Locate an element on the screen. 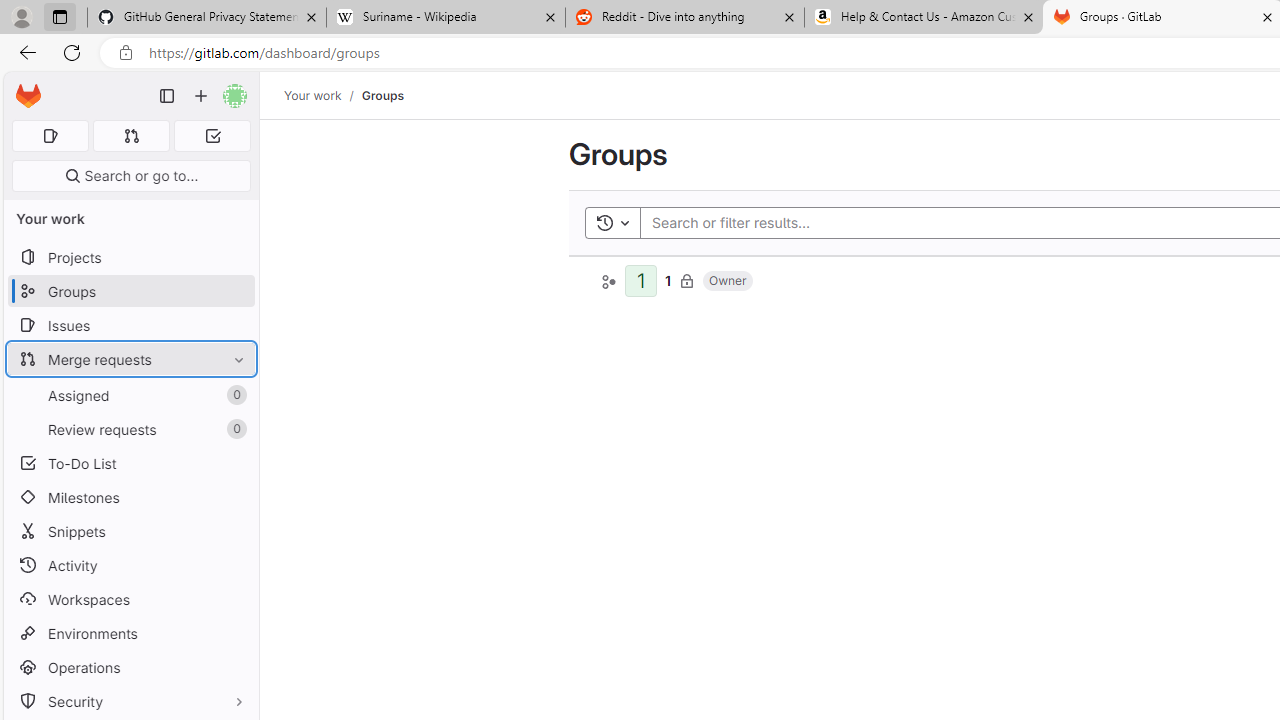 This screenshot has height=720, width=1280. 'Issues' is located at coordinates (130, 324).